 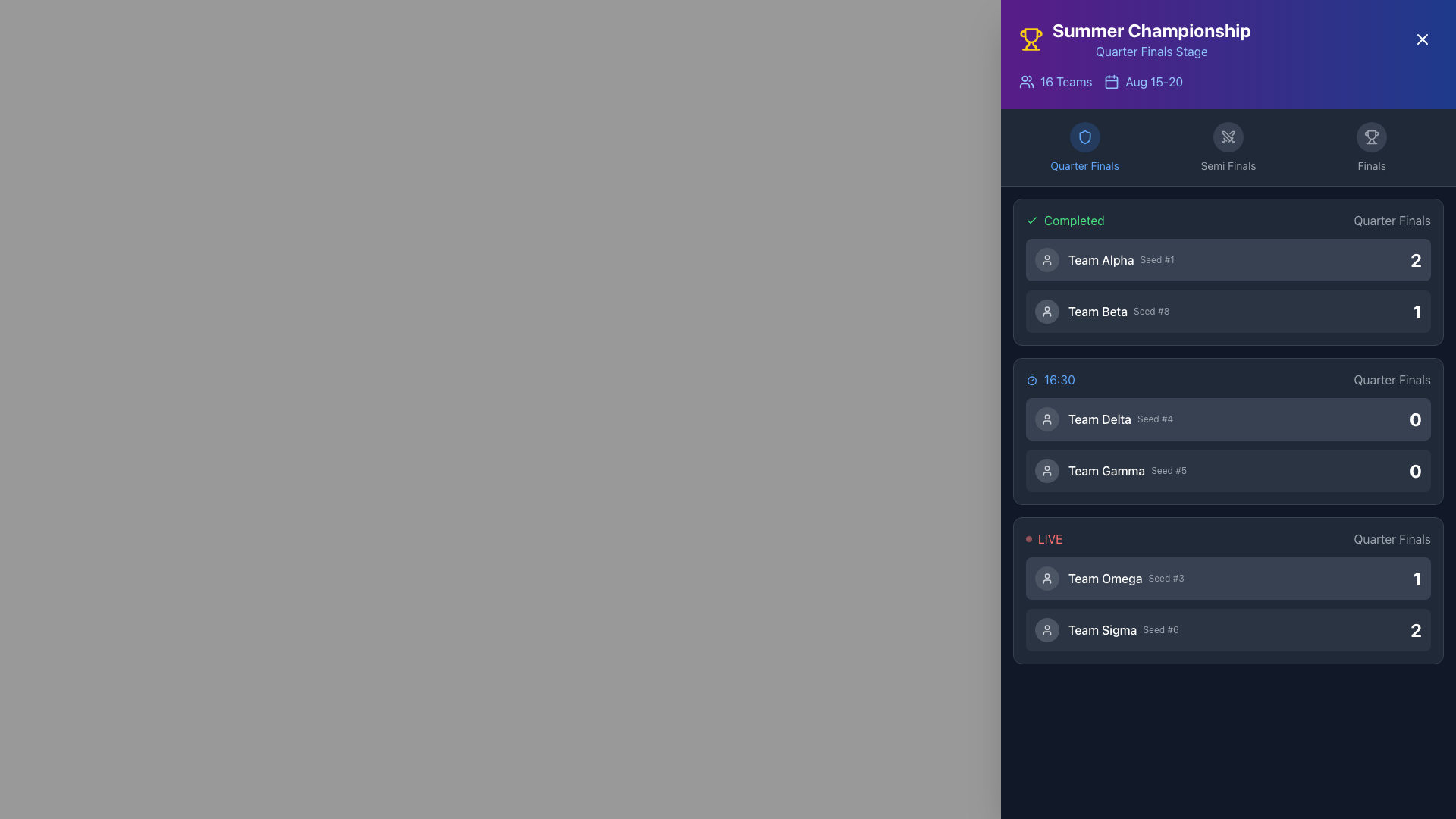 I want to click on the text display showing '16:30' in blue color, which is positioned next to a small timer icon on a dark background, located in the top left section of the card for the match between 'Team Delta' and 'Team Gamma' in the 'Quarter Finals', so click(x=1050, y=379).